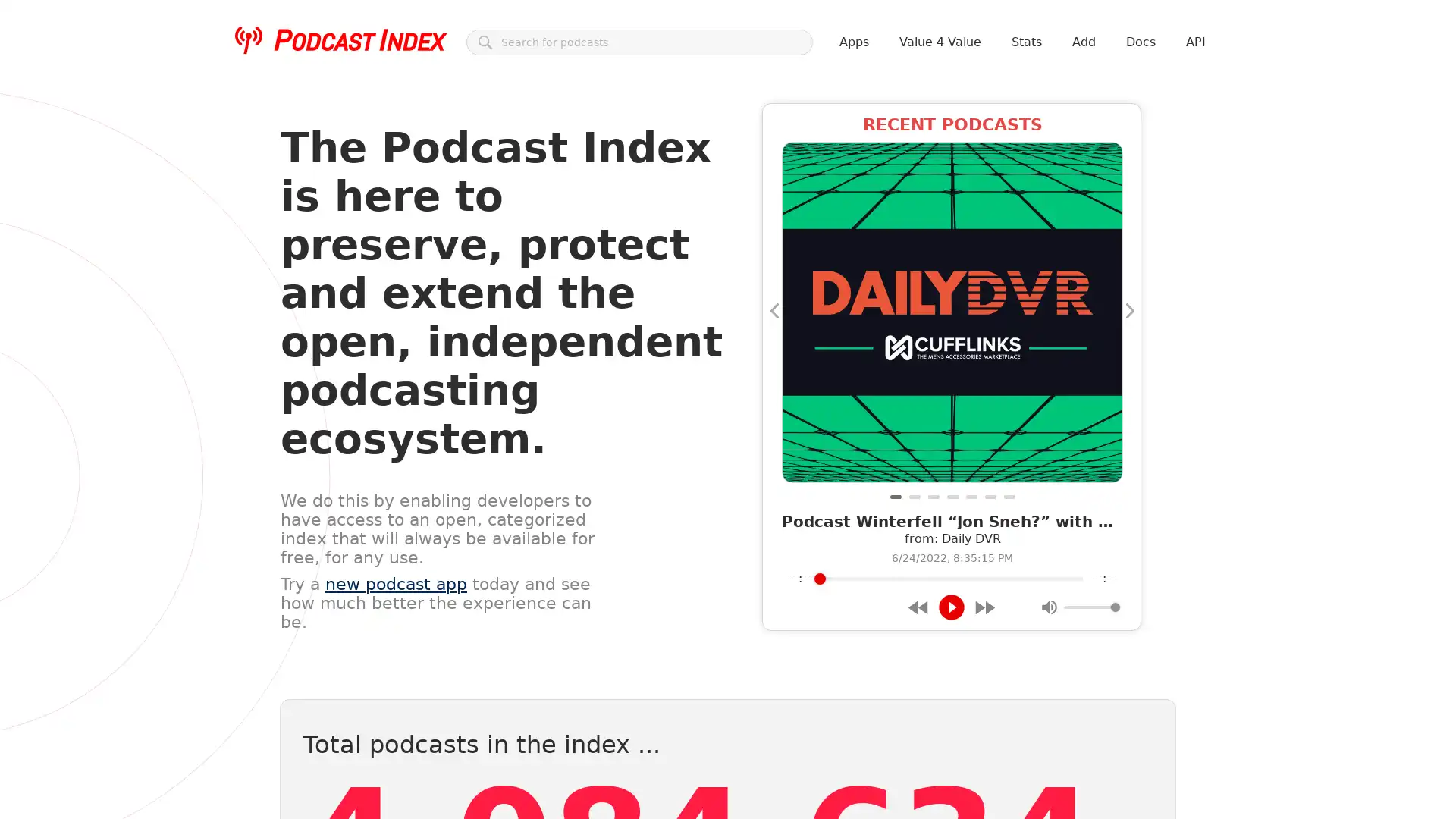  What do you see at coordinates (971, 497) in the screenshot?
I see `Hvorfor navneskifte?` at bounding box center [971, 497].